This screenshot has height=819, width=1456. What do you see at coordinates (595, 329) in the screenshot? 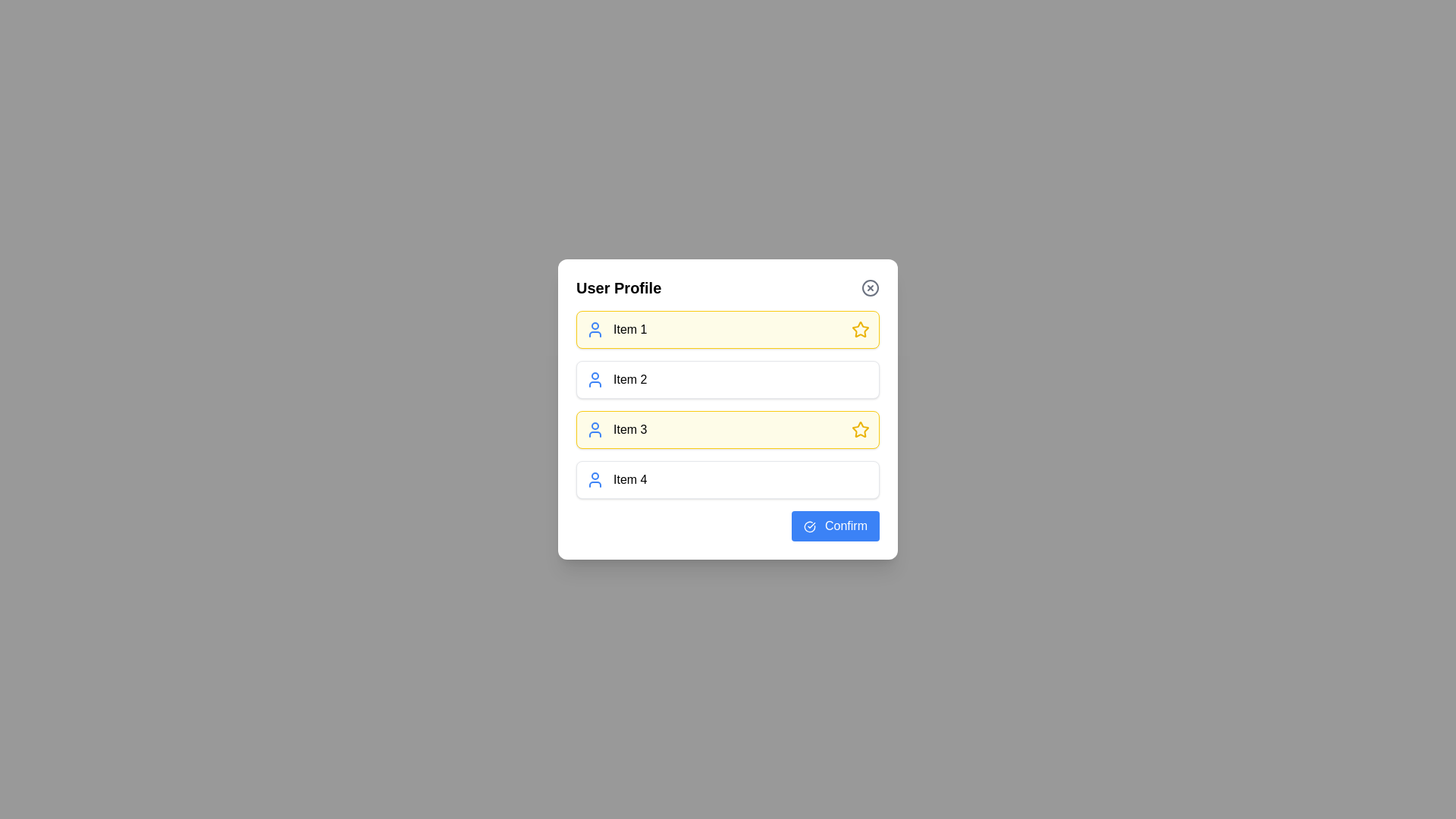
I see `the user-related icon representing 'Item 1', which is positioned to the left of the text content and aligns with other user icons in the list` at bounding box center [595, 329].